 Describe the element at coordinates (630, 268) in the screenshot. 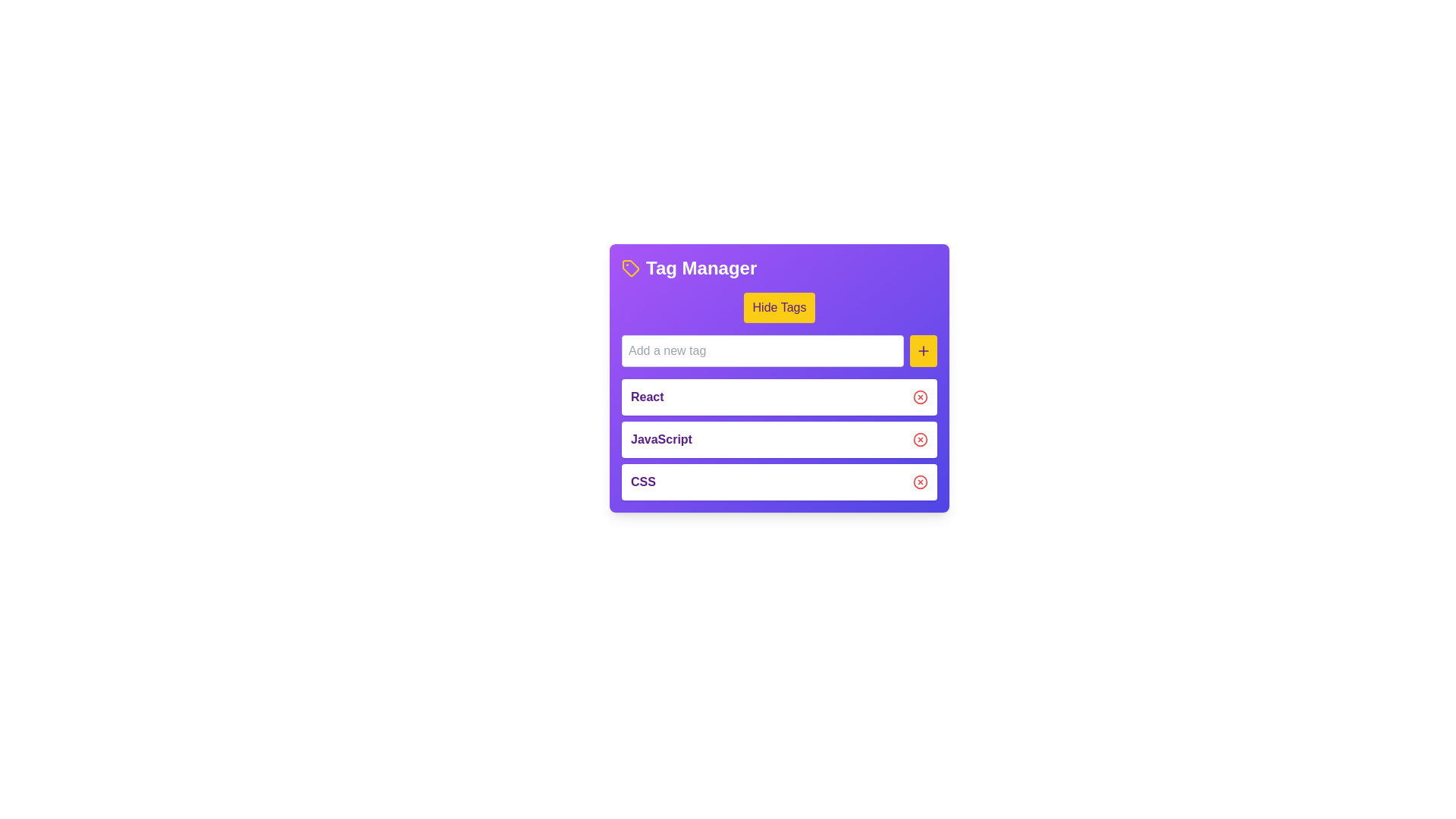

I see `the 'Tag Manager' icon, which is positioned to the left of the text 'Tag Manager' at the top of the component` at that location.